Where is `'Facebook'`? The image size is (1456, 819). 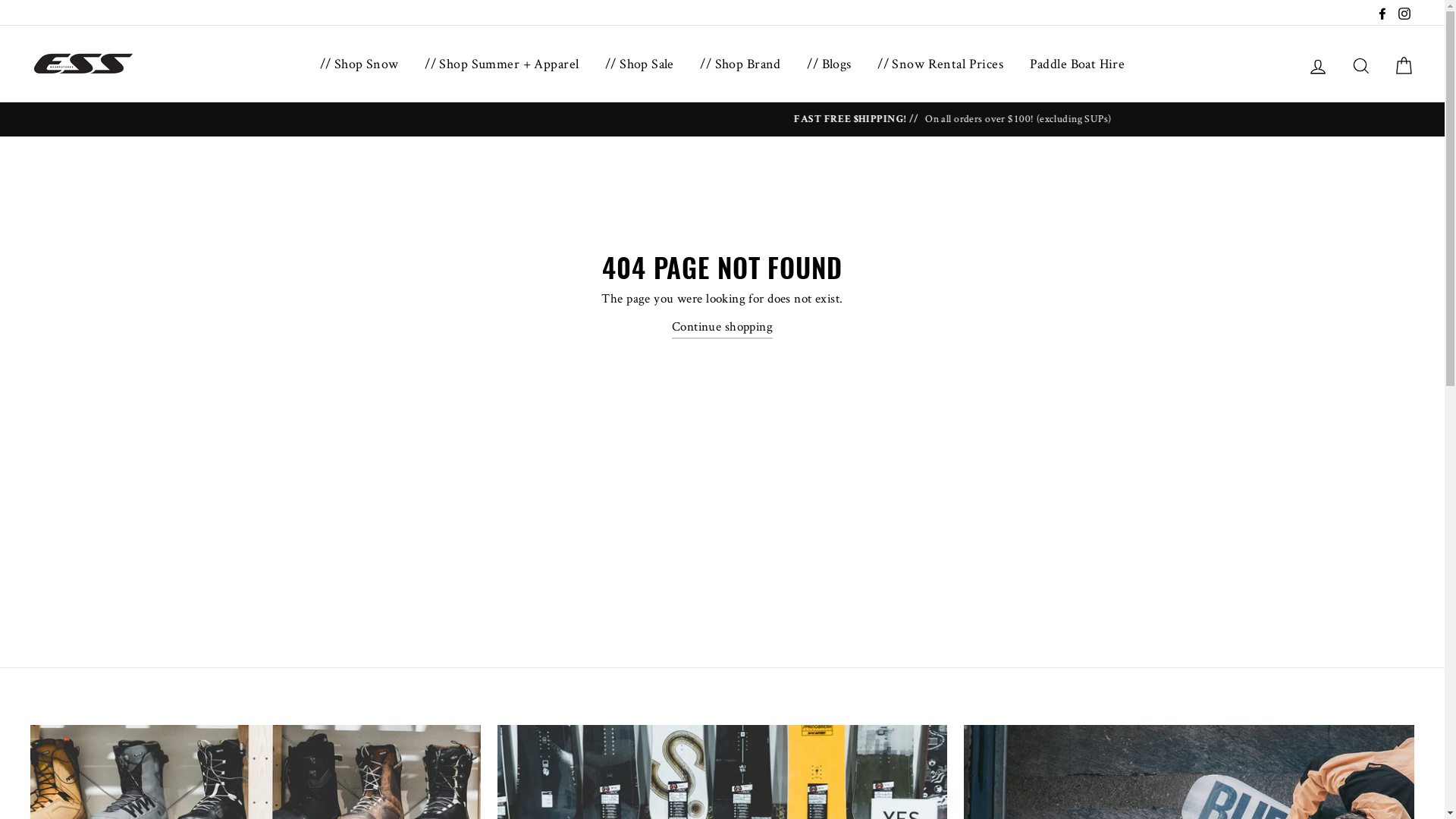
'Facebook' is located at coordinates (1382, 12).